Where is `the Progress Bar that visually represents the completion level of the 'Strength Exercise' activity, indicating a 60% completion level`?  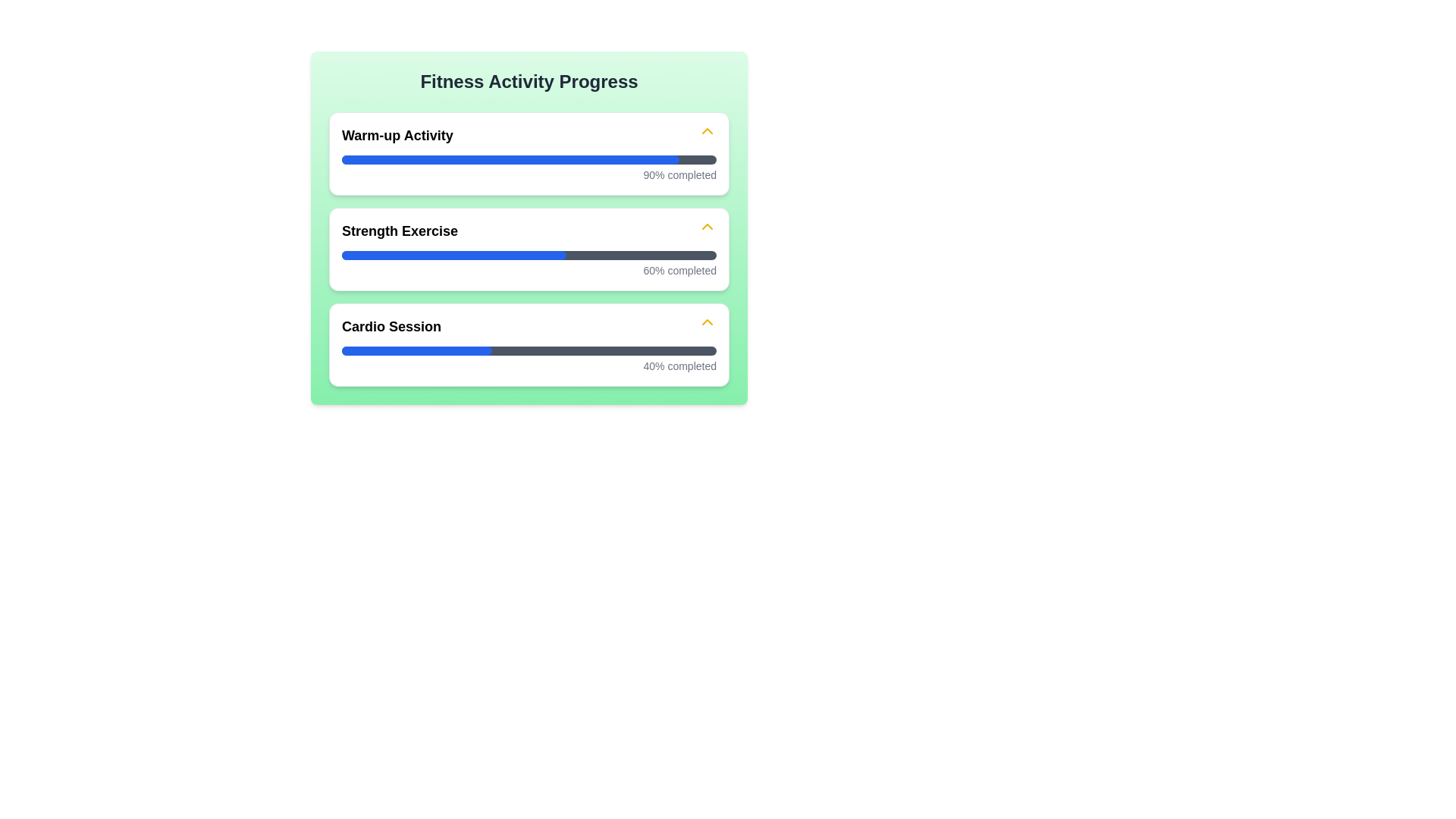
the Progress Bar that visually represents the completion level of the 'Strength Exercise' activity, indicating a 60% completion level is located at coordinates (453, 254).